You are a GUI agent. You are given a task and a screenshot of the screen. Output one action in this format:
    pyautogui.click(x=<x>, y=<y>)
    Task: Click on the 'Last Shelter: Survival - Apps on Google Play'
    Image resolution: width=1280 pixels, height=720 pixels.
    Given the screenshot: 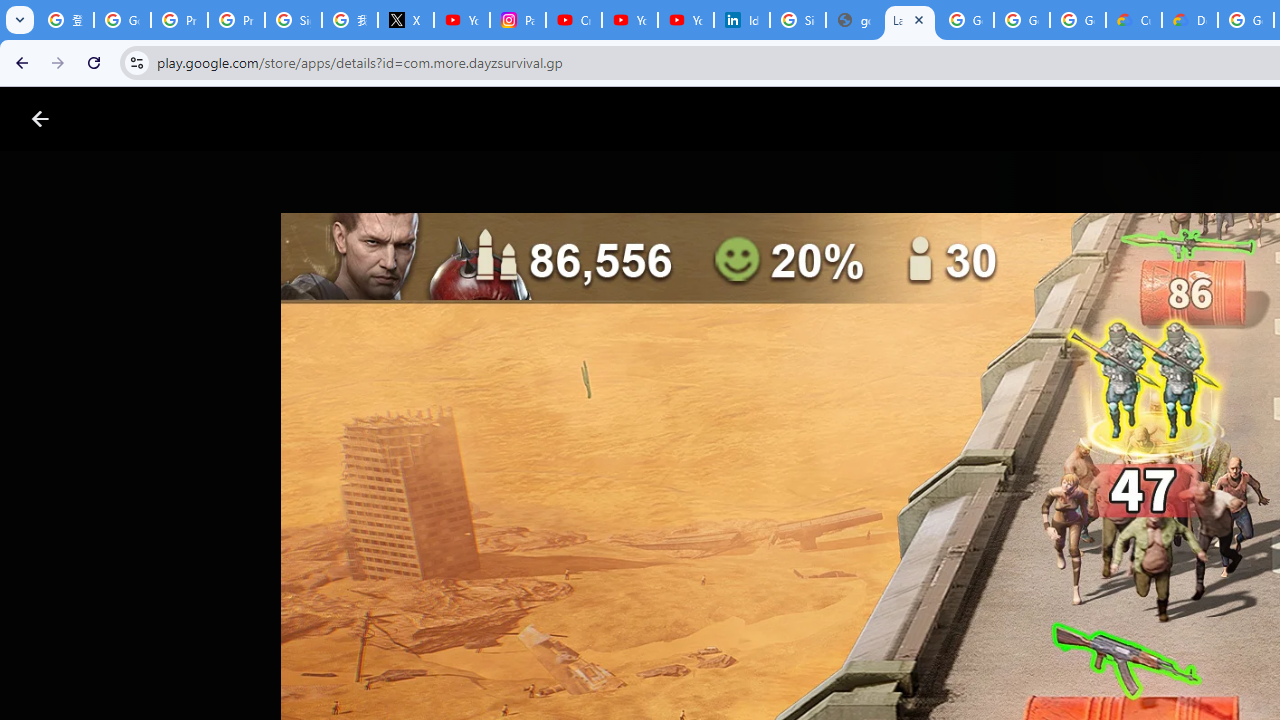 What is the action you would take?
    pyautogui.click(x=909, y=20)
    